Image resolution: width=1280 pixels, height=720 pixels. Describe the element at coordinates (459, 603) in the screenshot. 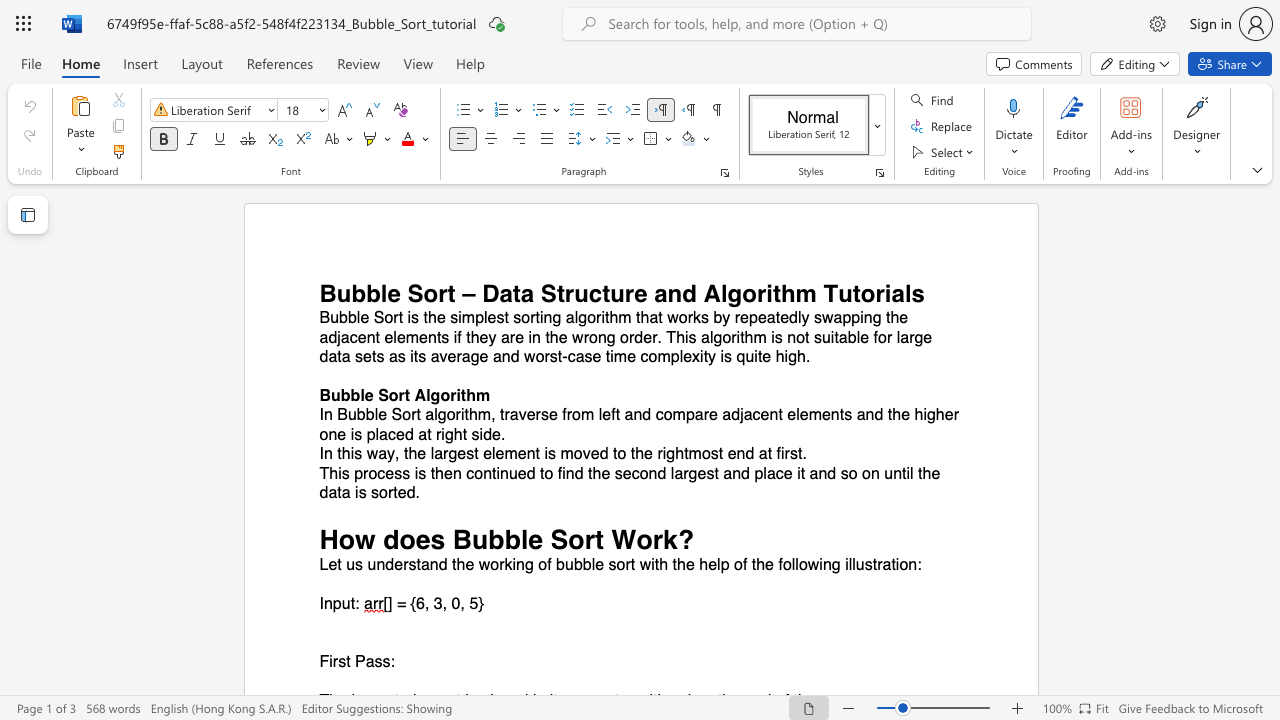

I see `the subset text ", 5" within the text "[] = {6, 3, 0, 5}"` at that location.